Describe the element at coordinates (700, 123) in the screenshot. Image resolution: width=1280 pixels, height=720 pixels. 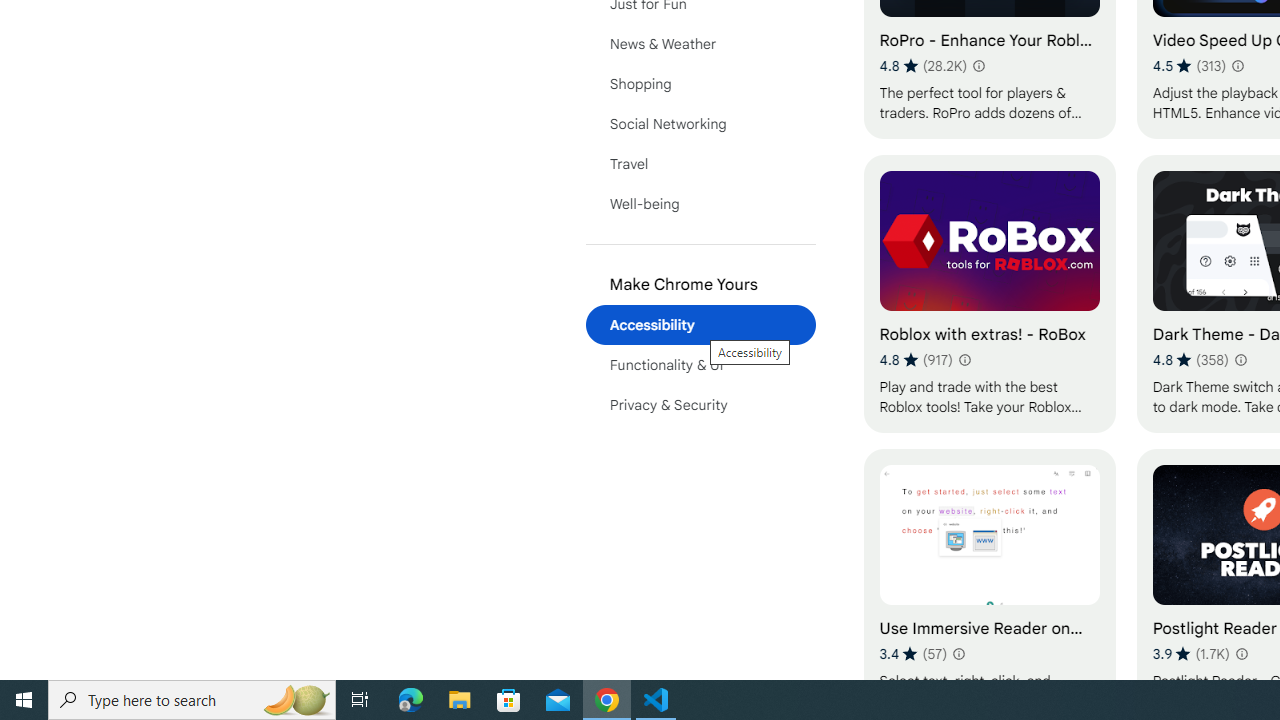
I see `'Social Networking'` at that location.